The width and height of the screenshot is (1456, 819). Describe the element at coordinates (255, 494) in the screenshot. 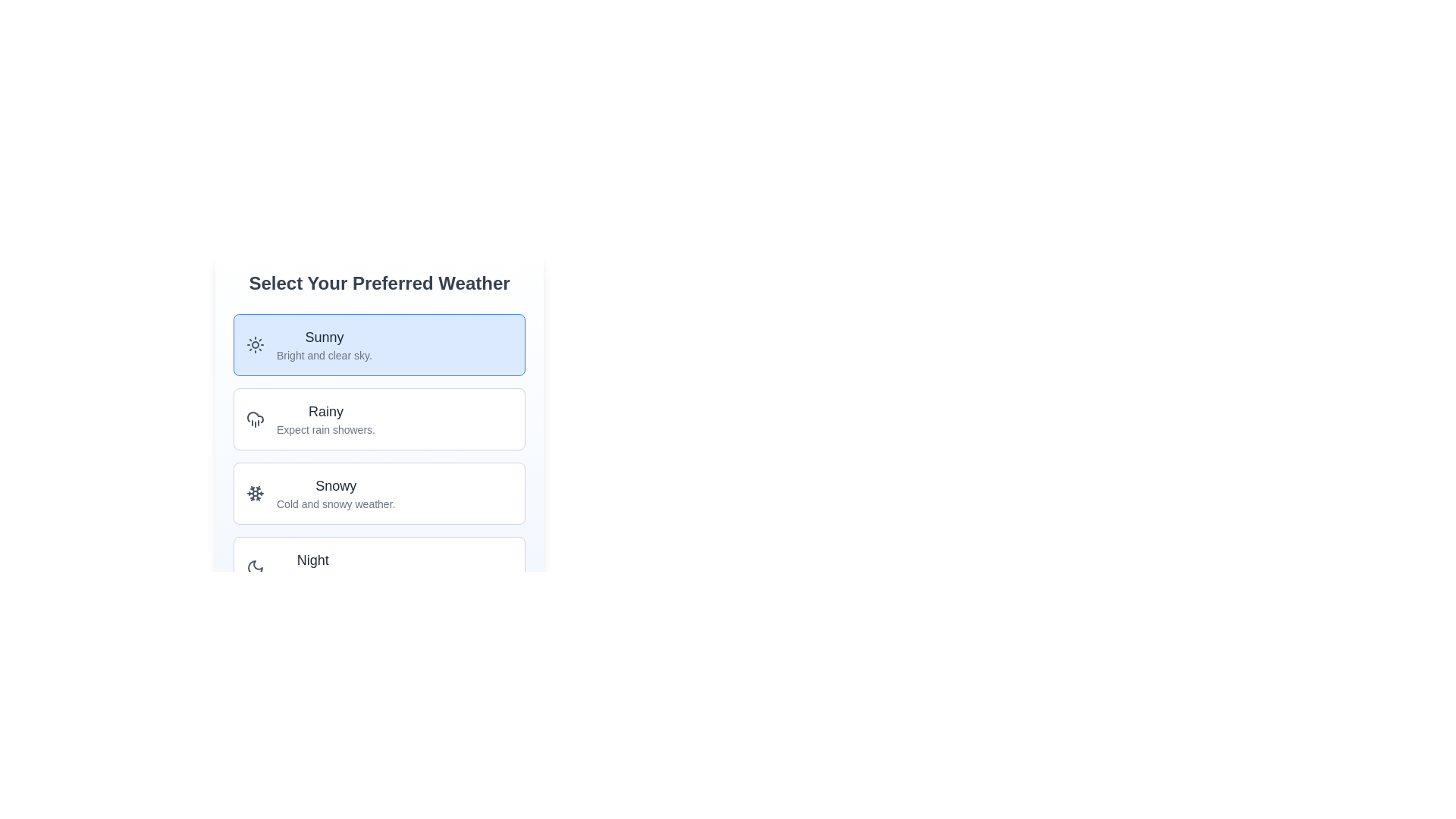

I see `the snowflake icon located on the left side of the 'Snowy' card in the weather selection interface` at that location.